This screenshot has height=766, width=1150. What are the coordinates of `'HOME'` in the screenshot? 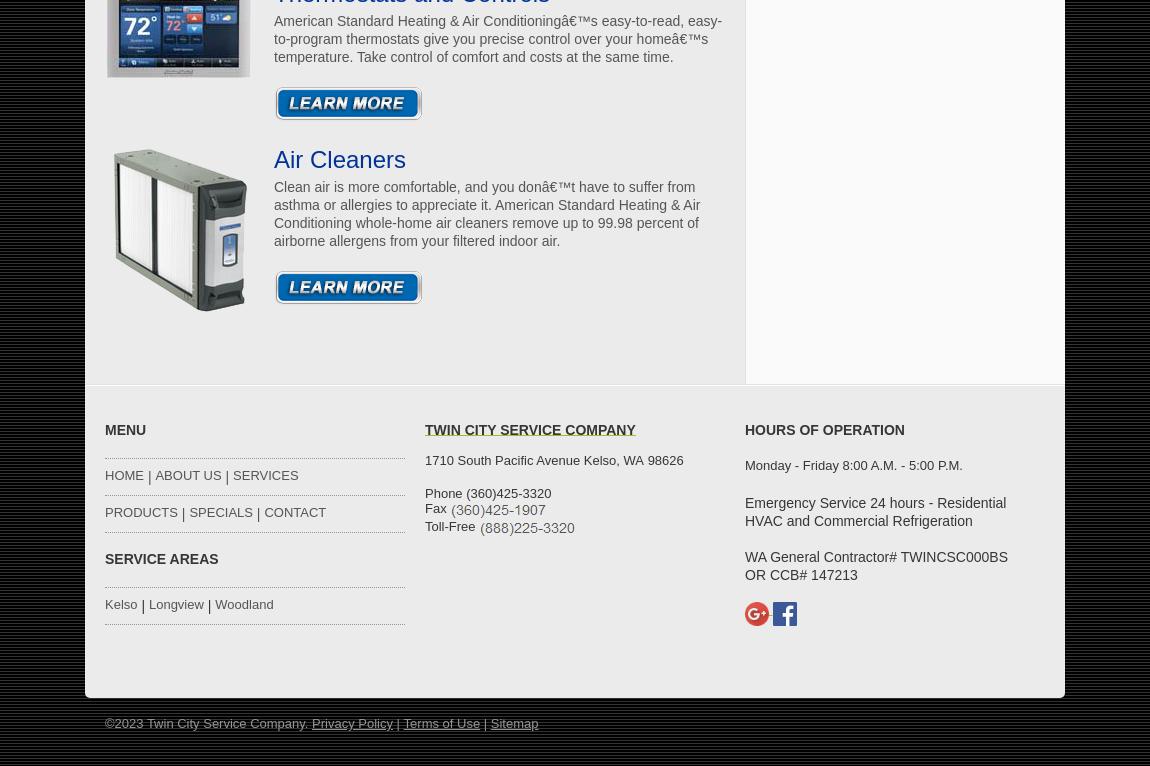 It's located at (103, 474).